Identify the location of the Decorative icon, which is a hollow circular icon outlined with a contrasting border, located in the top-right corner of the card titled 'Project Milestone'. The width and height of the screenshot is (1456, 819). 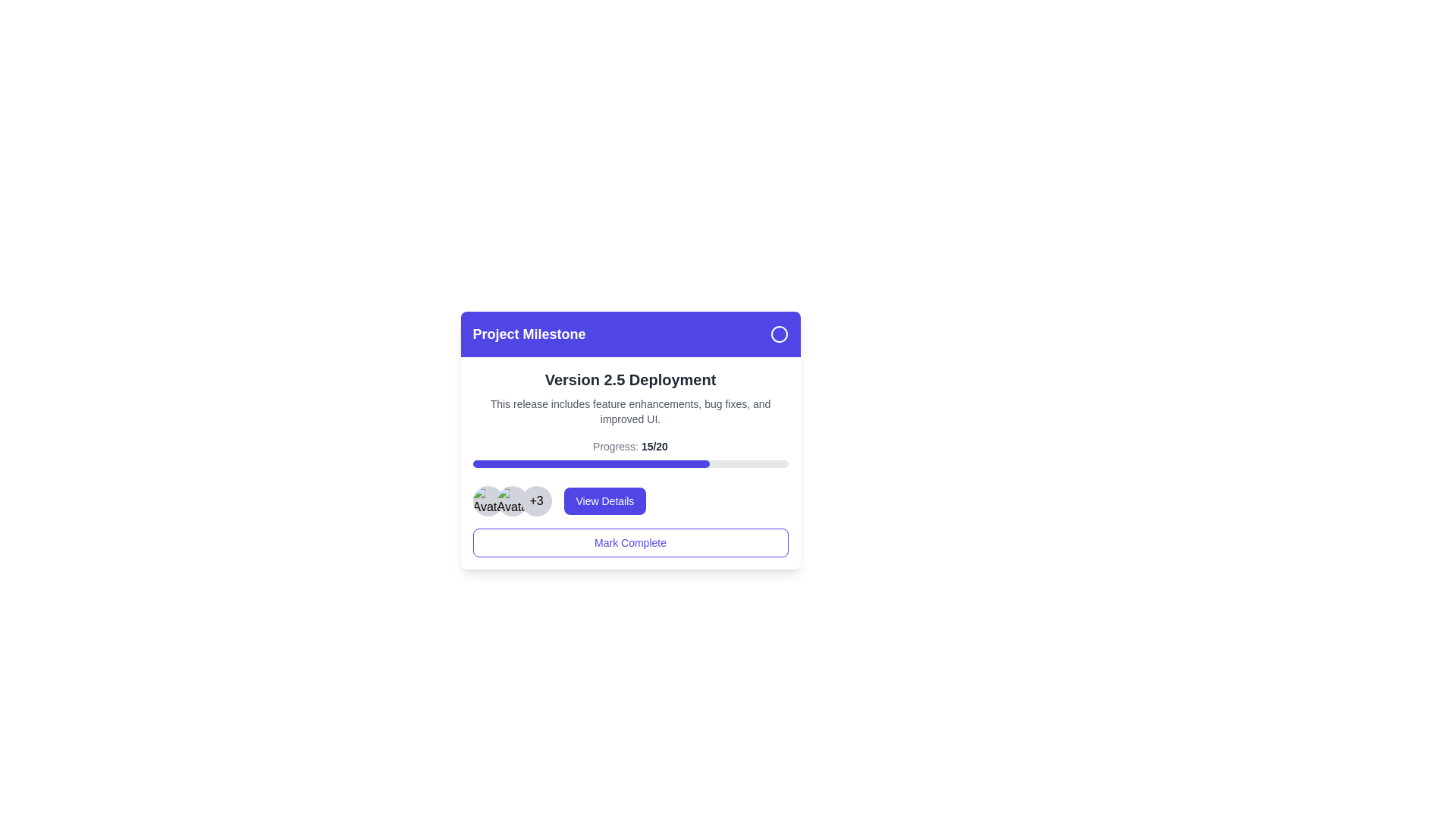
(779, 333).